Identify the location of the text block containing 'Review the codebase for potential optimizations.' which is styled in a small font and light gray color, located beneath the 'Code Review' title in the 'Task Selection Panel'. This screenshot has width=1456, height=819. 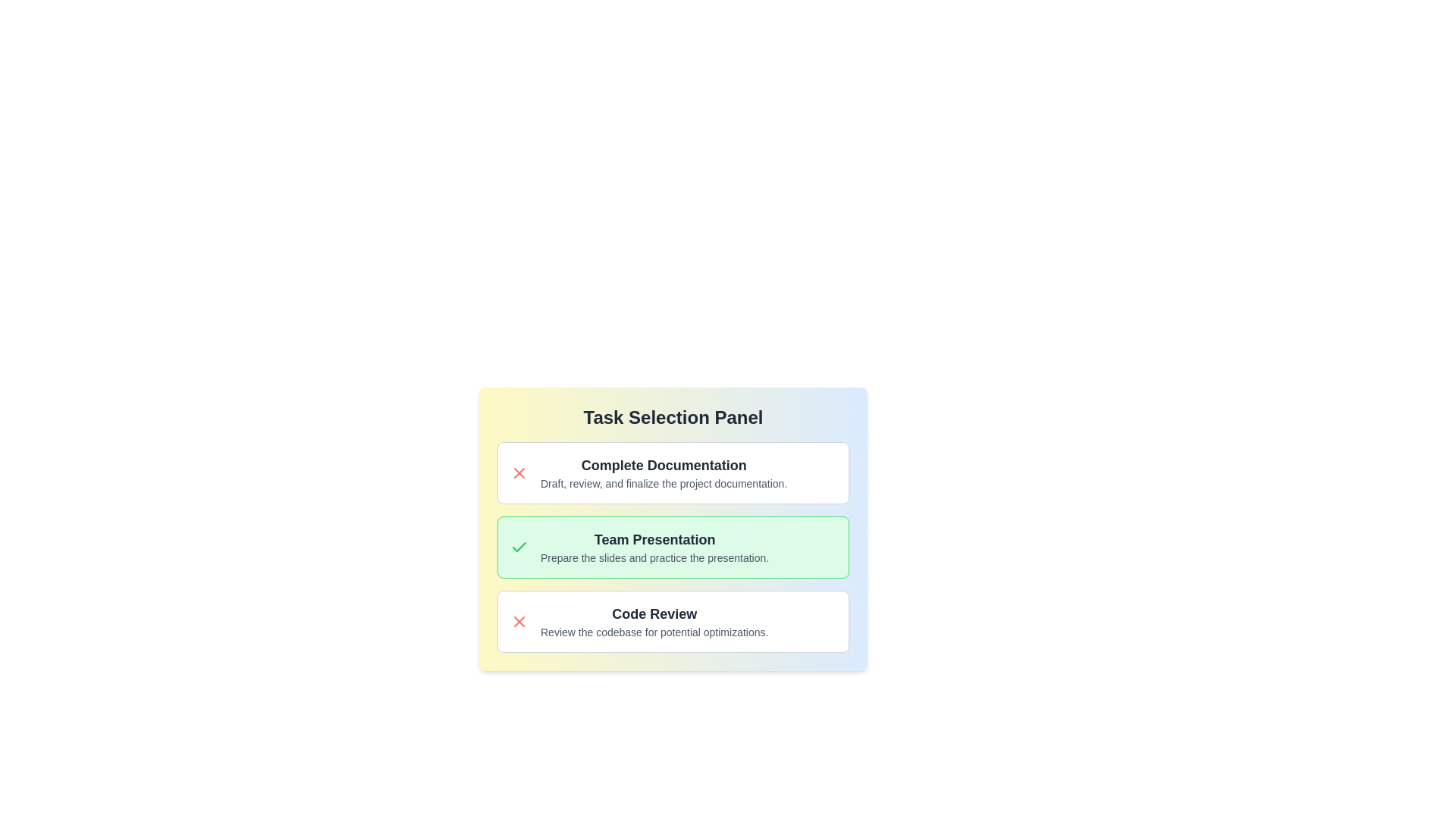
(654, 632).